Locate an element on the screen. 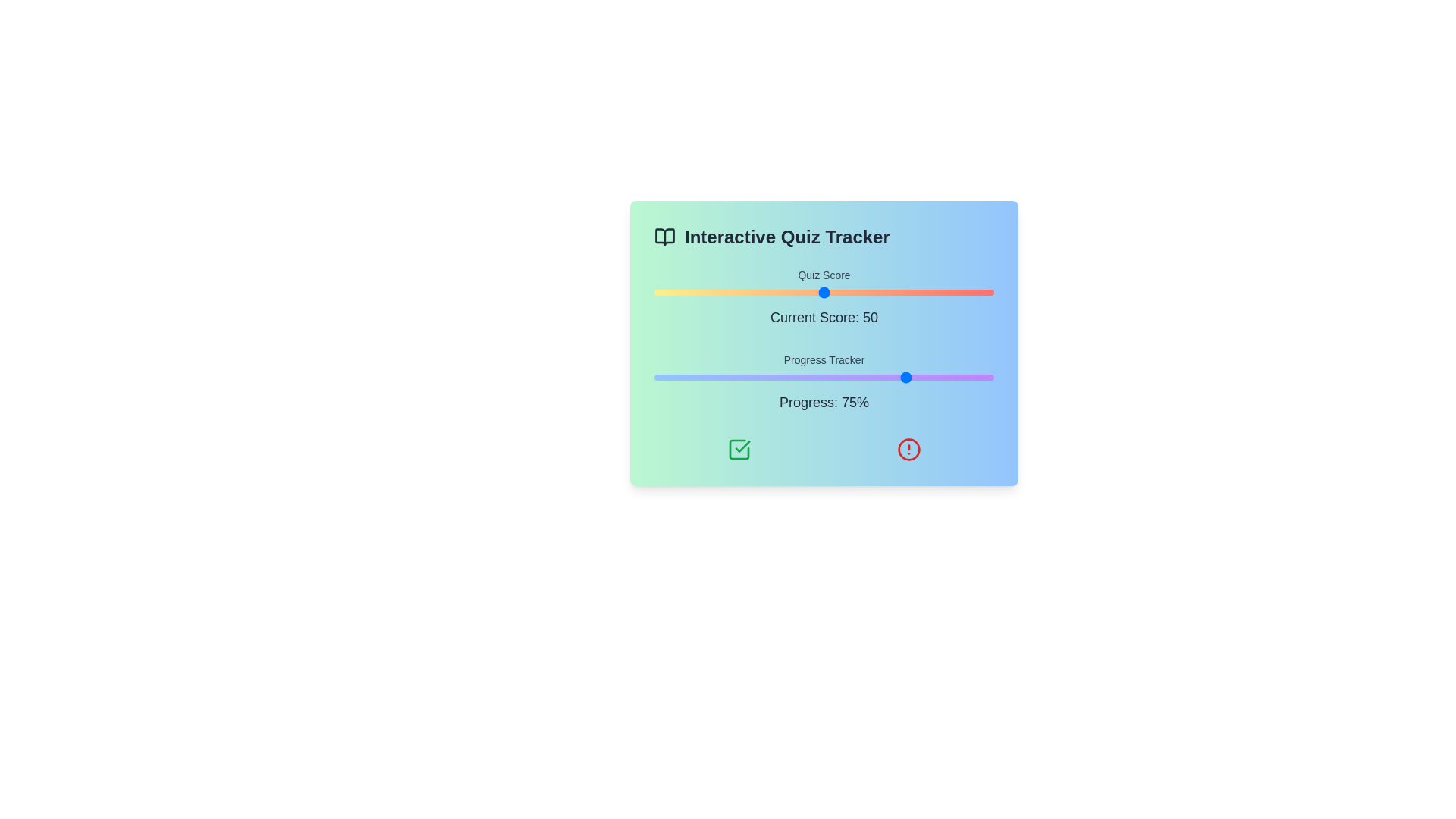 The image size is (1456, 819). the quiz score slider to set the score to 62 is located at coordinates (864, 292).